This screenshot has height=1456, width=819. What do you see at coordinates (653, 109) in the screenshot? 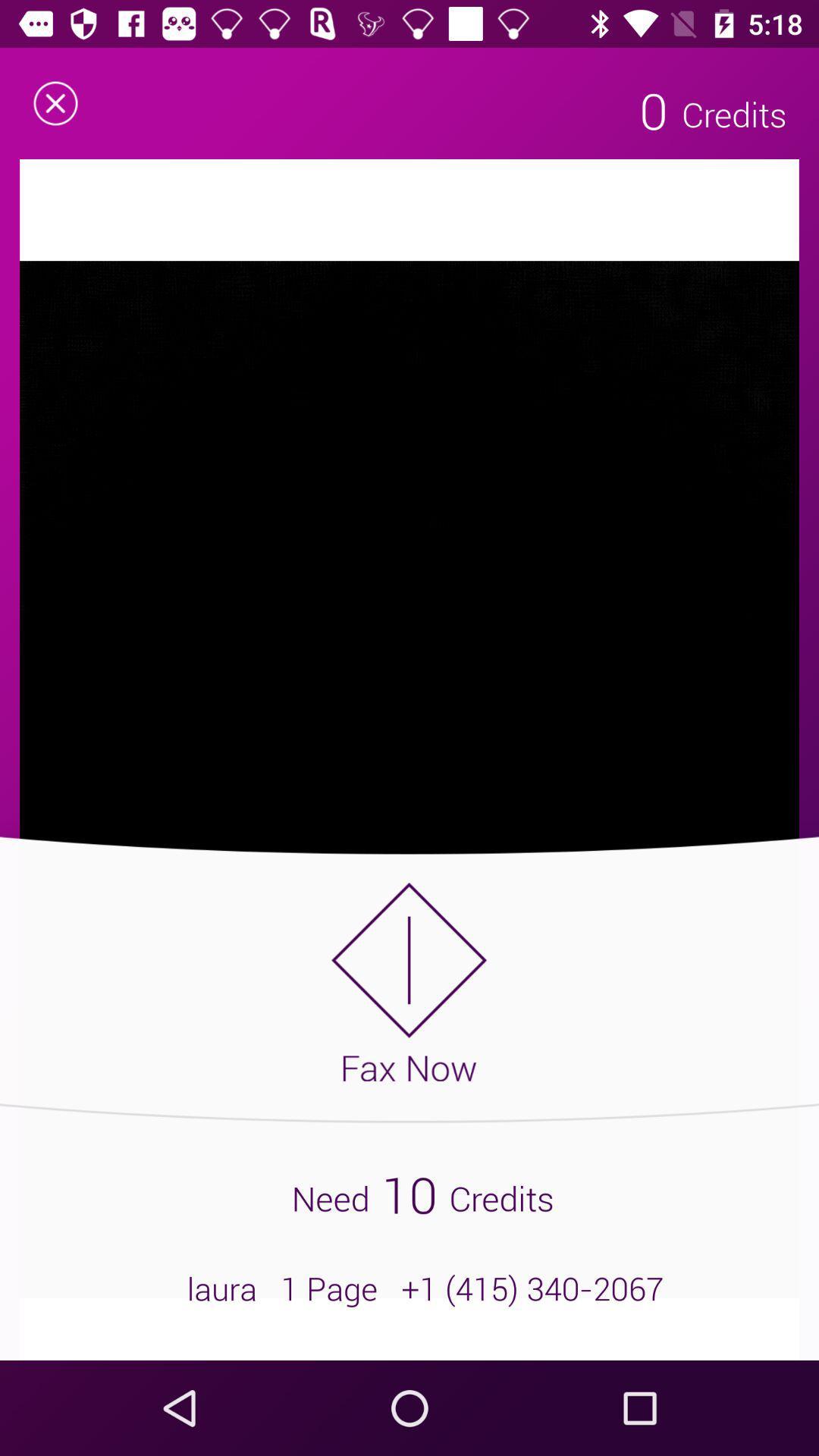
I see `0 app` at bounding box center [653, 109].